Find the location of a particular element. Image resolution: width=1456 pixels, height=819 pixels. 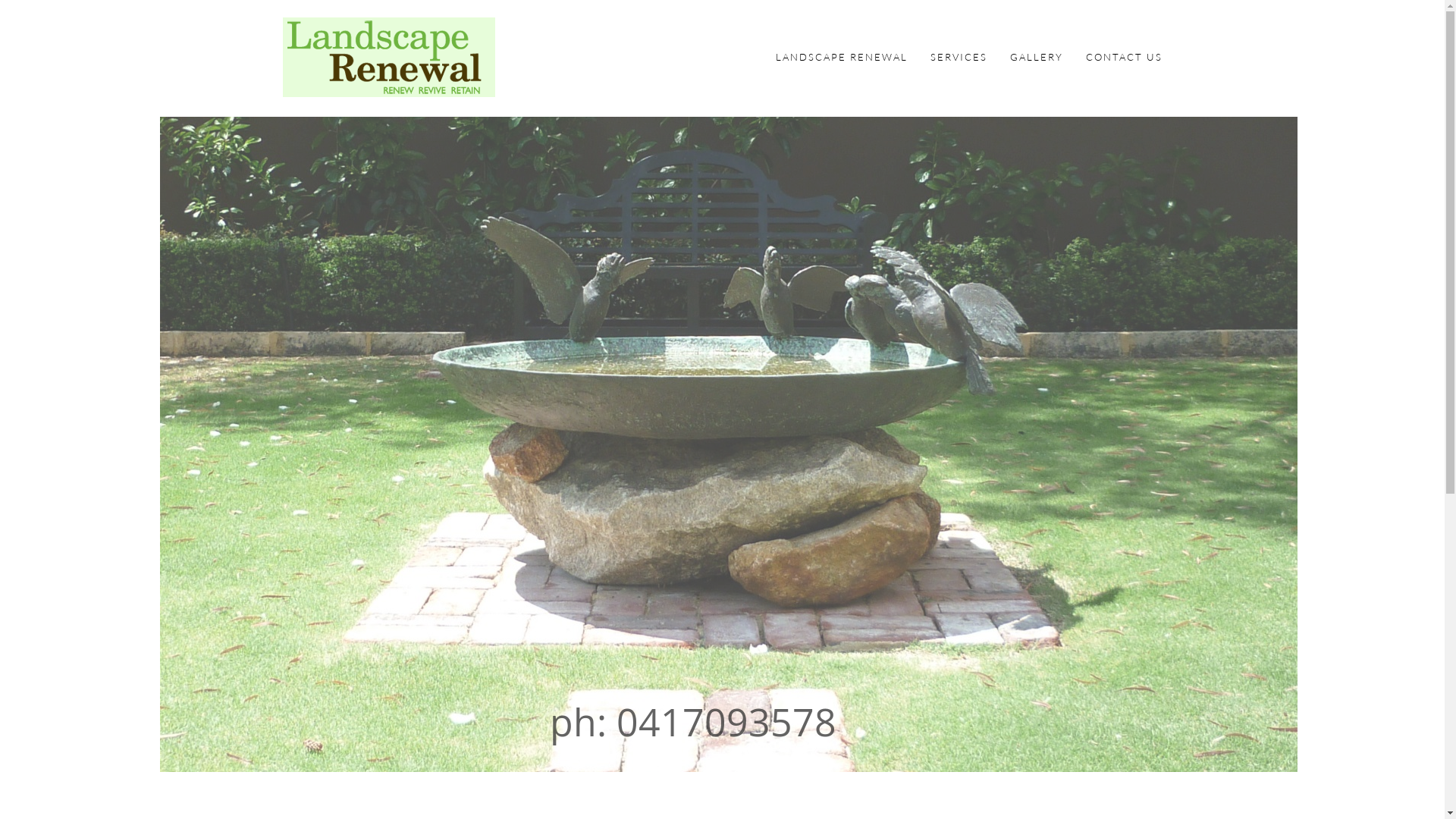

'SERVICES' is located at coordinates (928, 56).